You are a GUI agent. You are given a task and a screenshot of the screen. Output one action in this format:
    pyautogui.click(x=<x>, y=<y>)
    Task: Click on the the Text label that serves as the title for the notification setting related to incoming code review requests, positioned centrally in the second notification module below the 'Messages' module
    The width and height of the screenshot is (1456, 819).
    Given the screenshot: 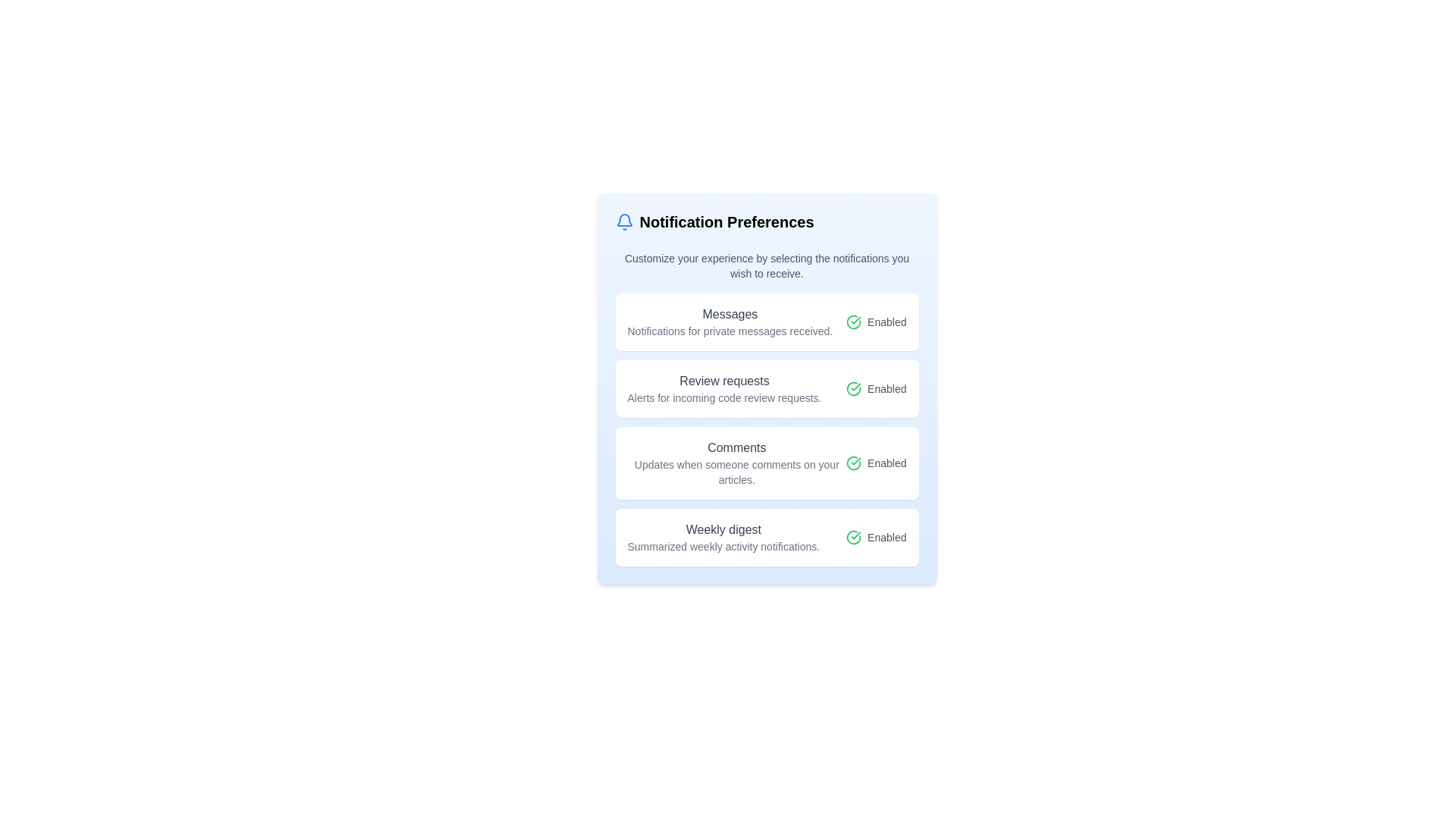 What is the action you would take?
    pyautogui.click(x=723, y=380)
    